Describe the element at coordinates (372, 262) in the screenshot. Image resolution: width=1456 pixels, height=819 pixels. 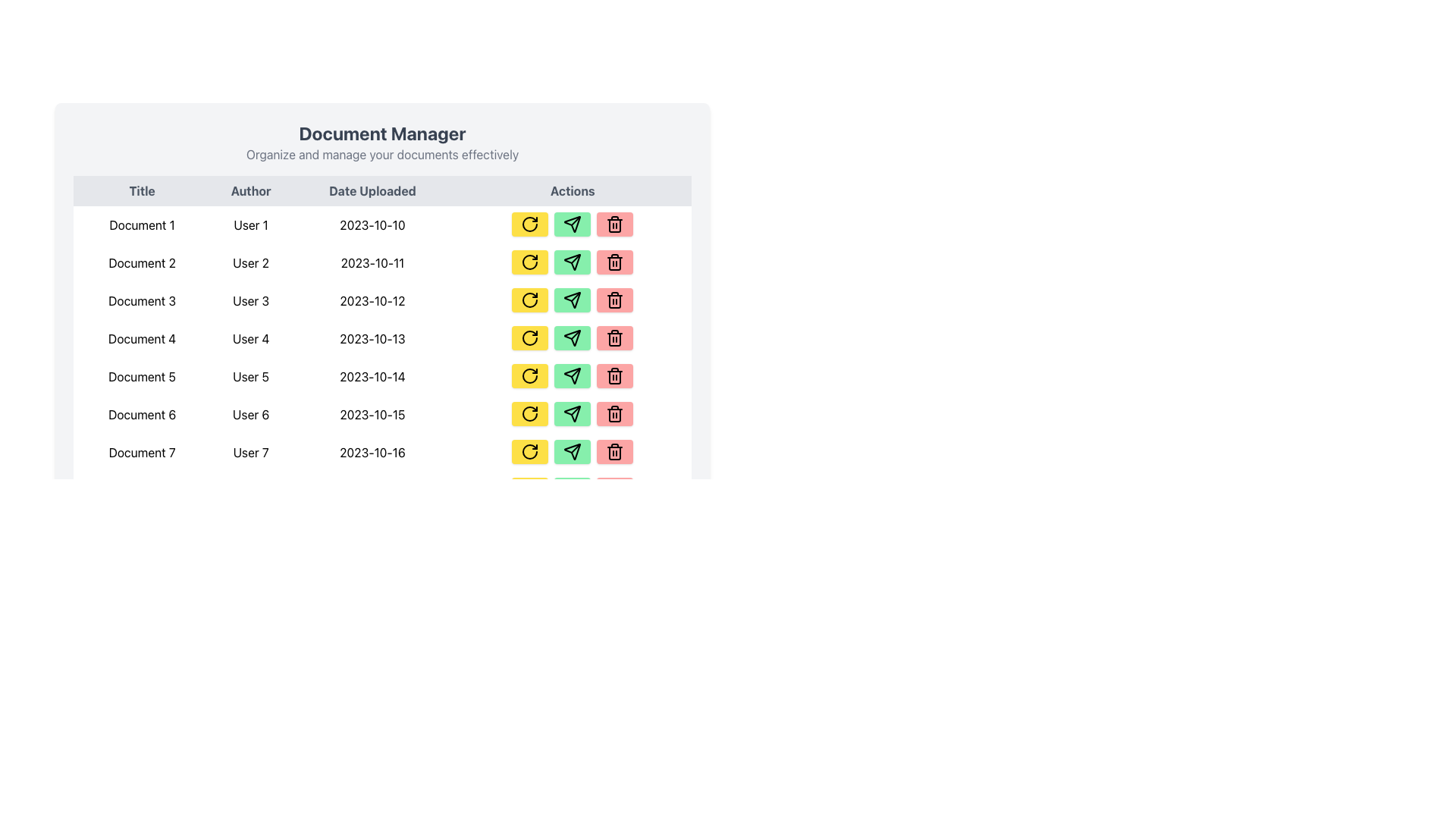
I see `the text label '2023-10-11' in the 'Date Uploaded' column of the row for 'Document 2'` at that location.